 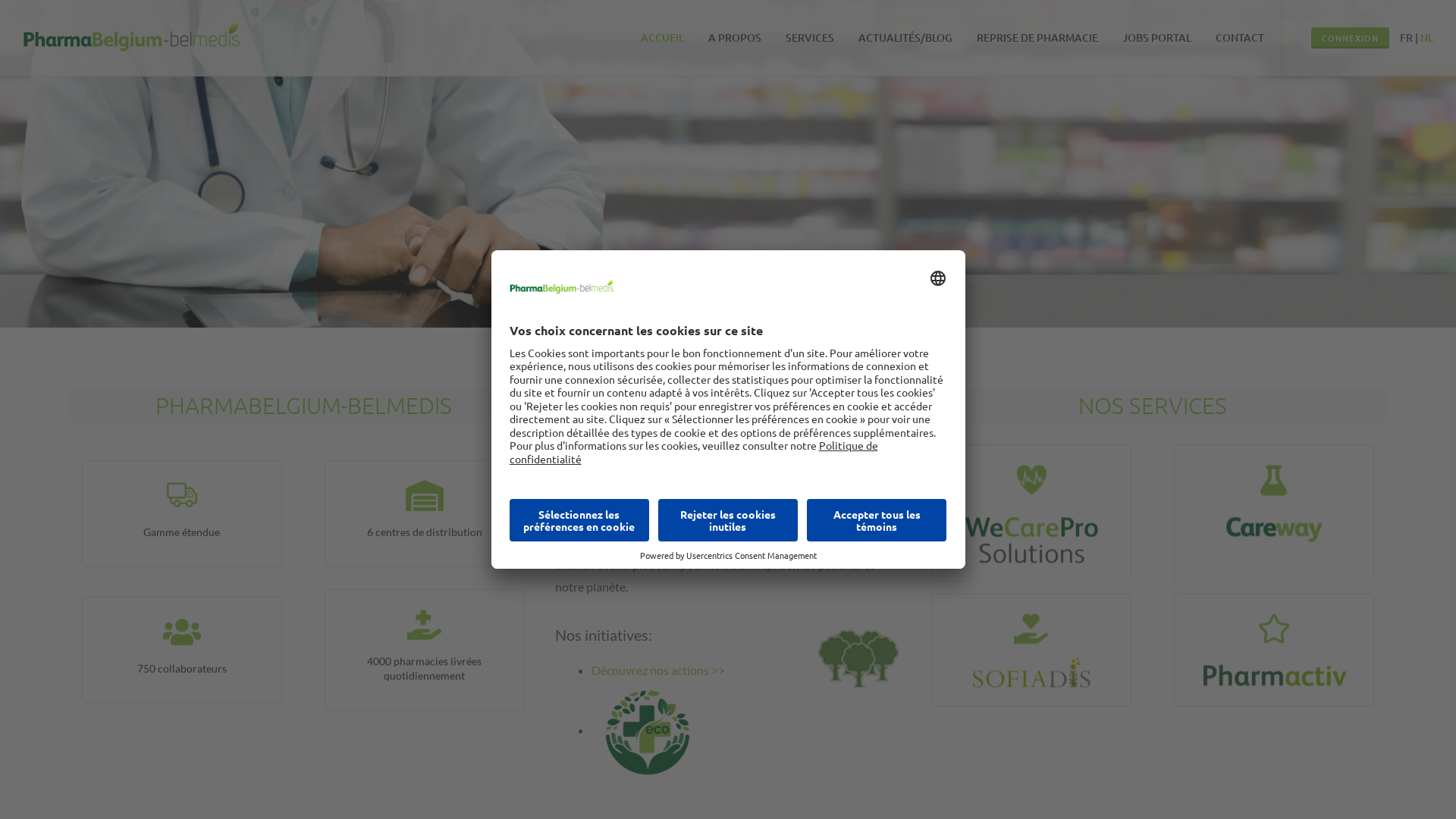 I want to click on 'WeCarePro', so click(x=987, y=483).